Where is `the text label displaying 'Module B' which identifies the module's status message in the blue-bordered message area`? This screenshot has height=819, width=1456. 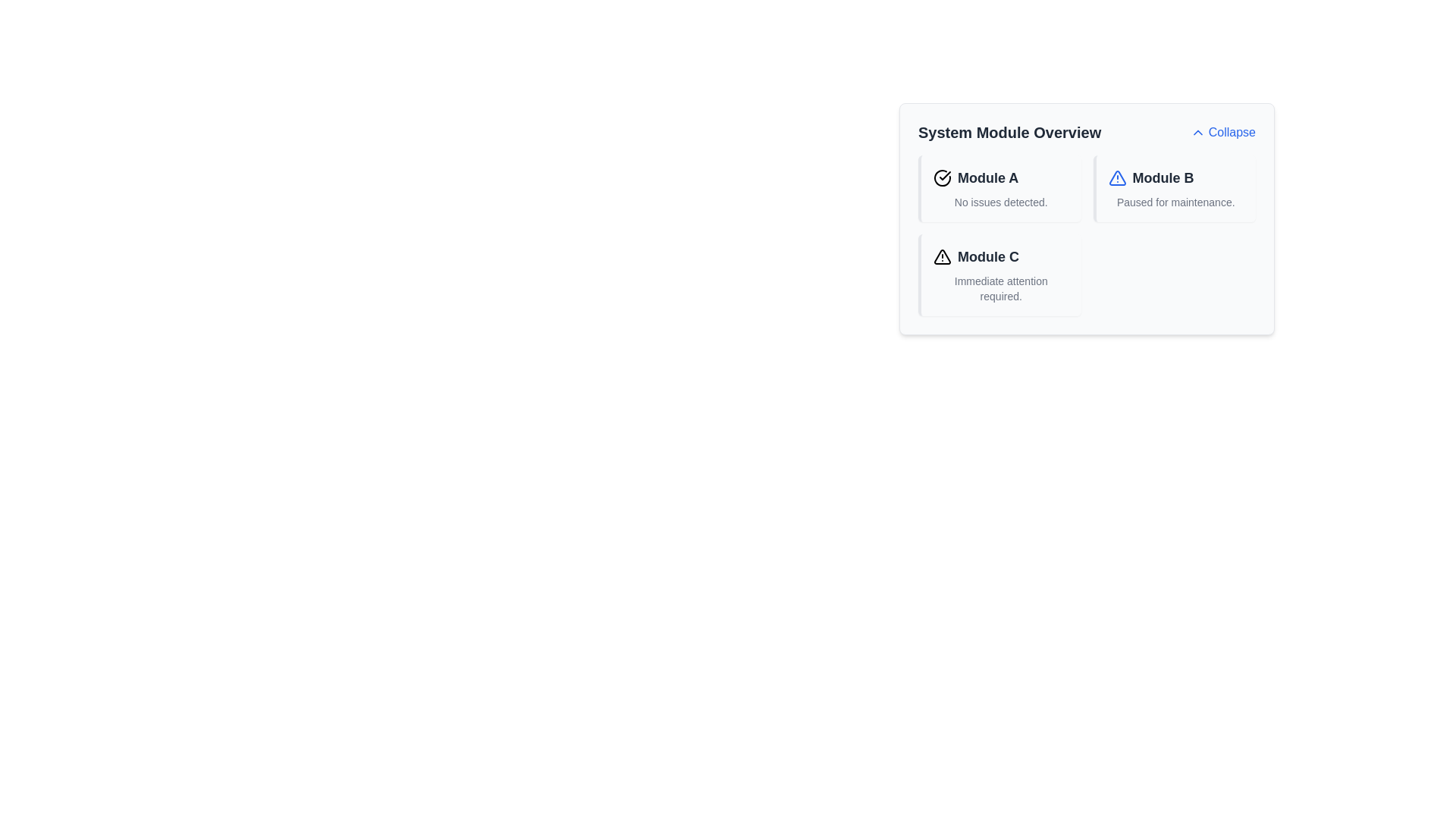 the text label displaying 'Module B' which identifies the module's status message in the blue-bordered message area is located at coordinates (1175, 177).